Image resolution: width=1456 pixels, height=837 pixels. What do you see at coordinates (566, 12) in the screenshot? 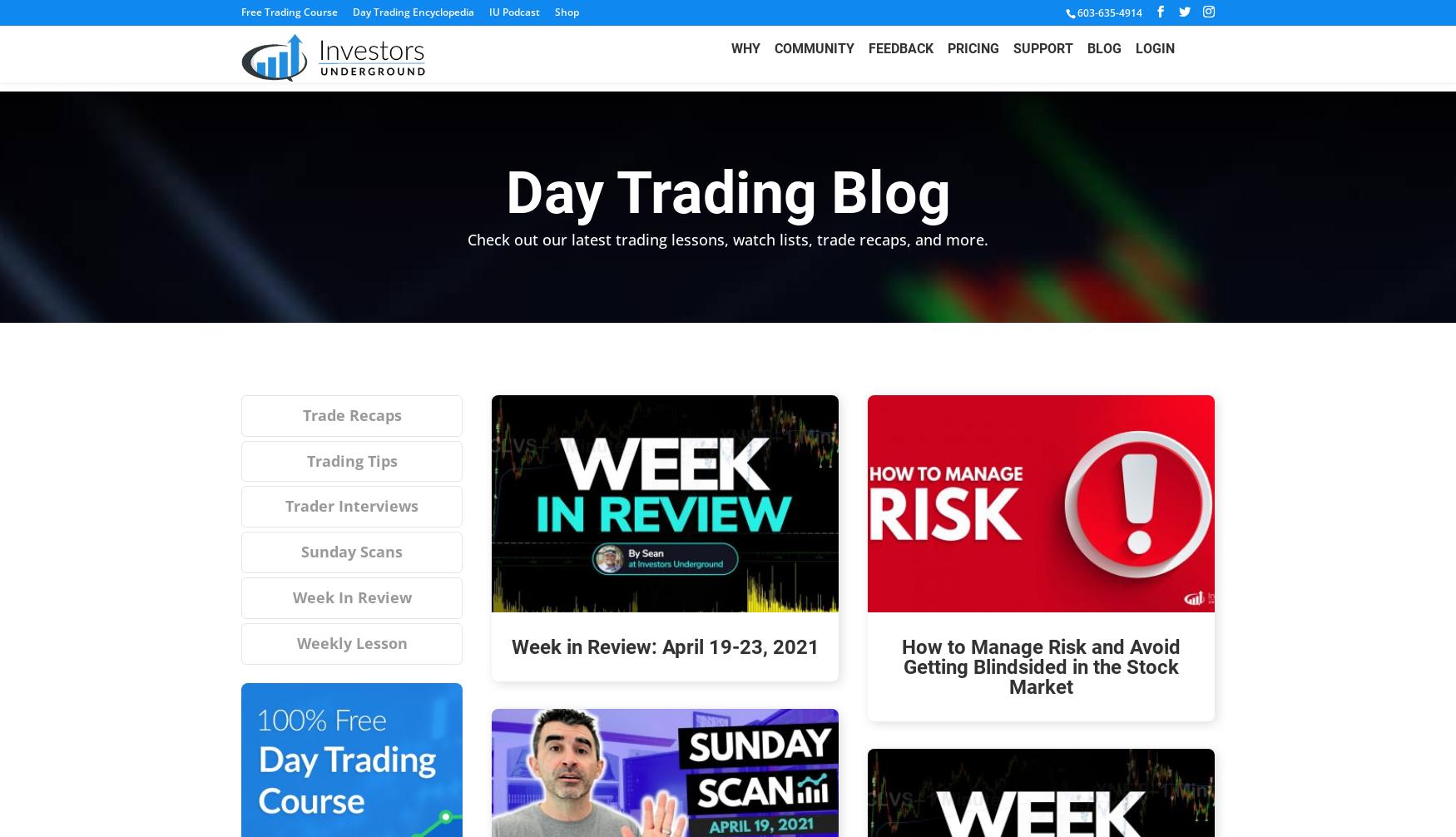
I see `'Shop'` at bounding box center [566, 12].